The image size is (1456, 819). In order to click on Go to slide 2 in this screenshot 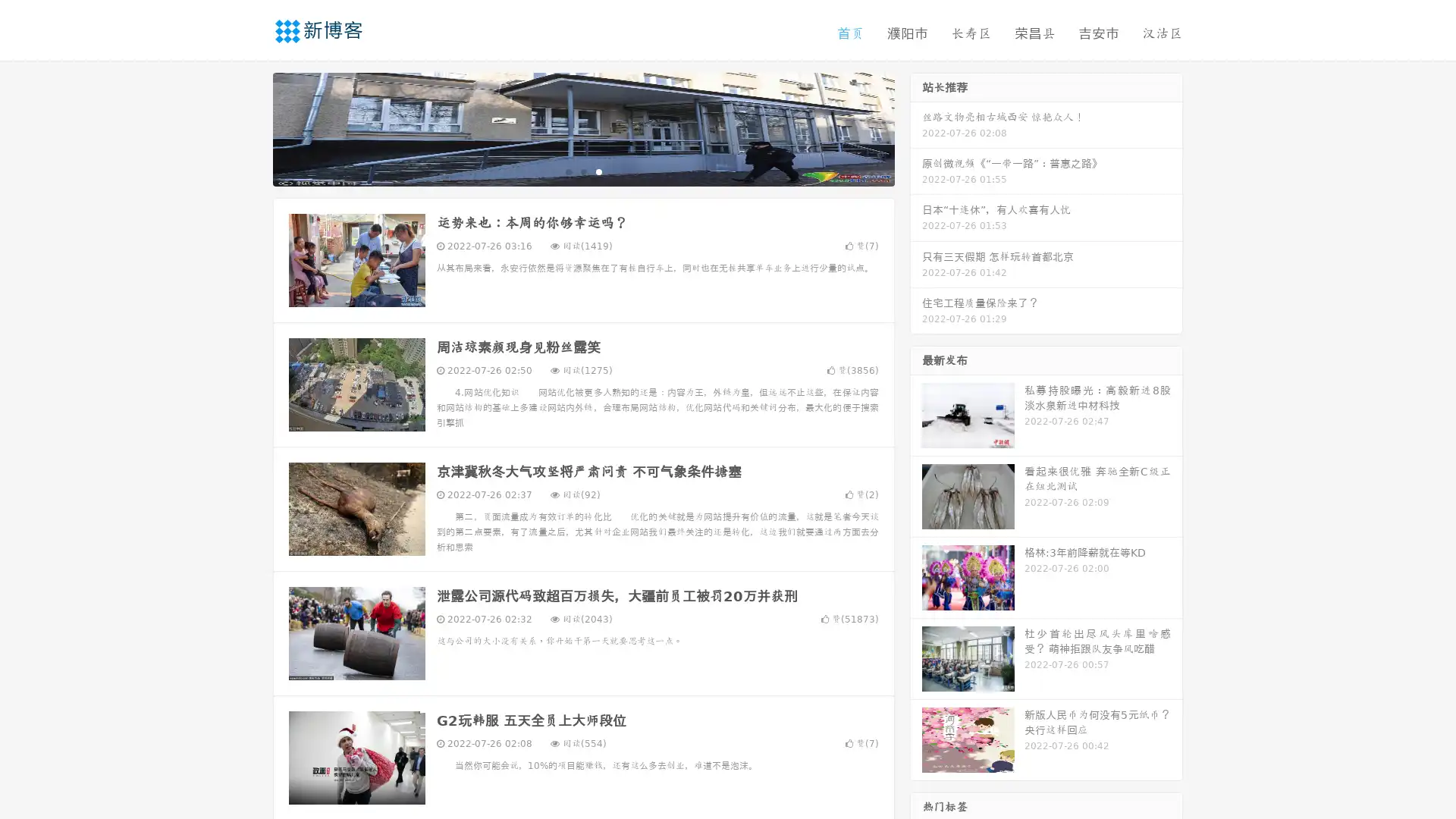, I will do `click(582, 171)`.